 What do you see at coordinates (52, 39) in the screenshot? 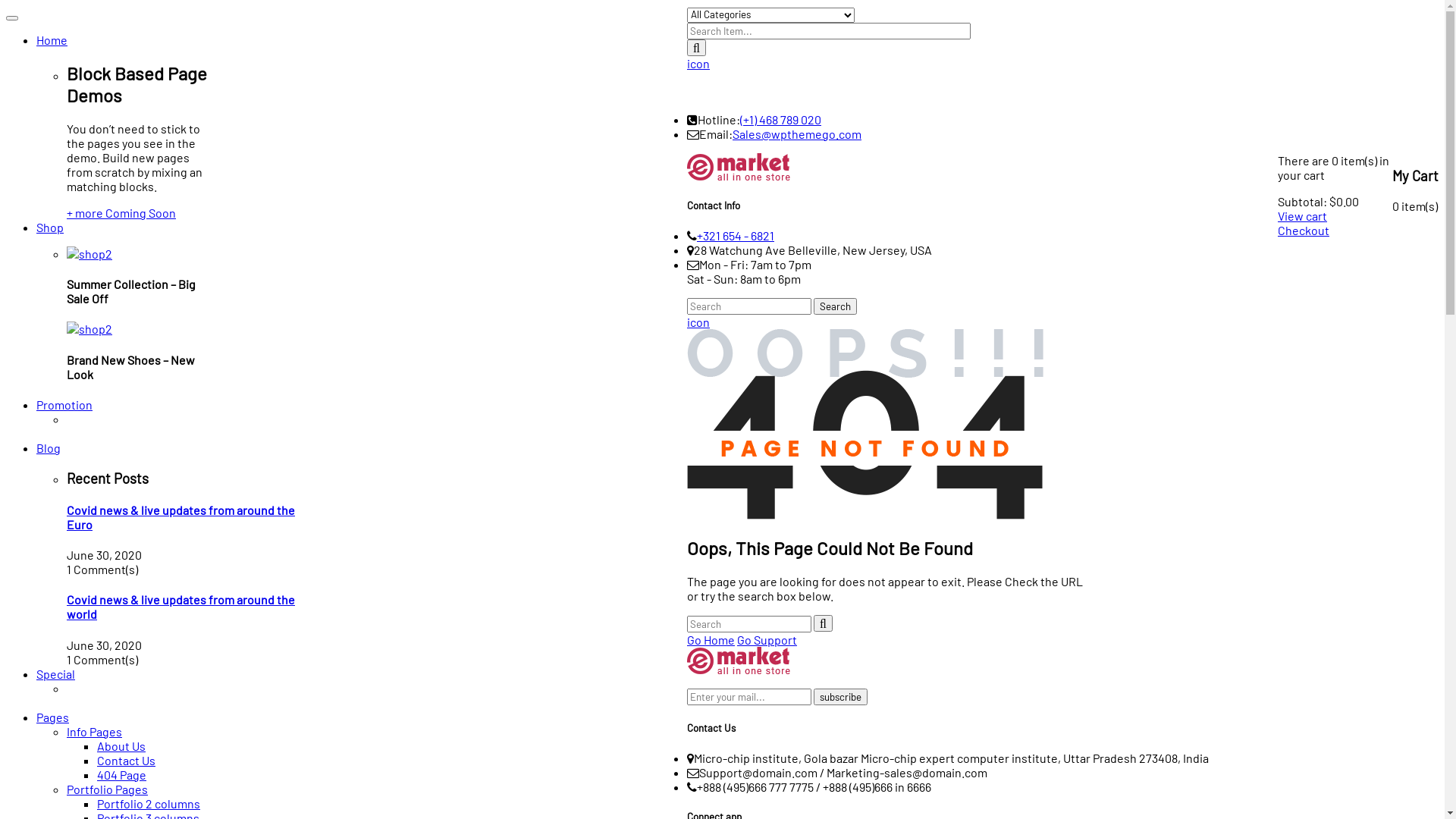
I see `'Home'` at bounding box center [52, 39].